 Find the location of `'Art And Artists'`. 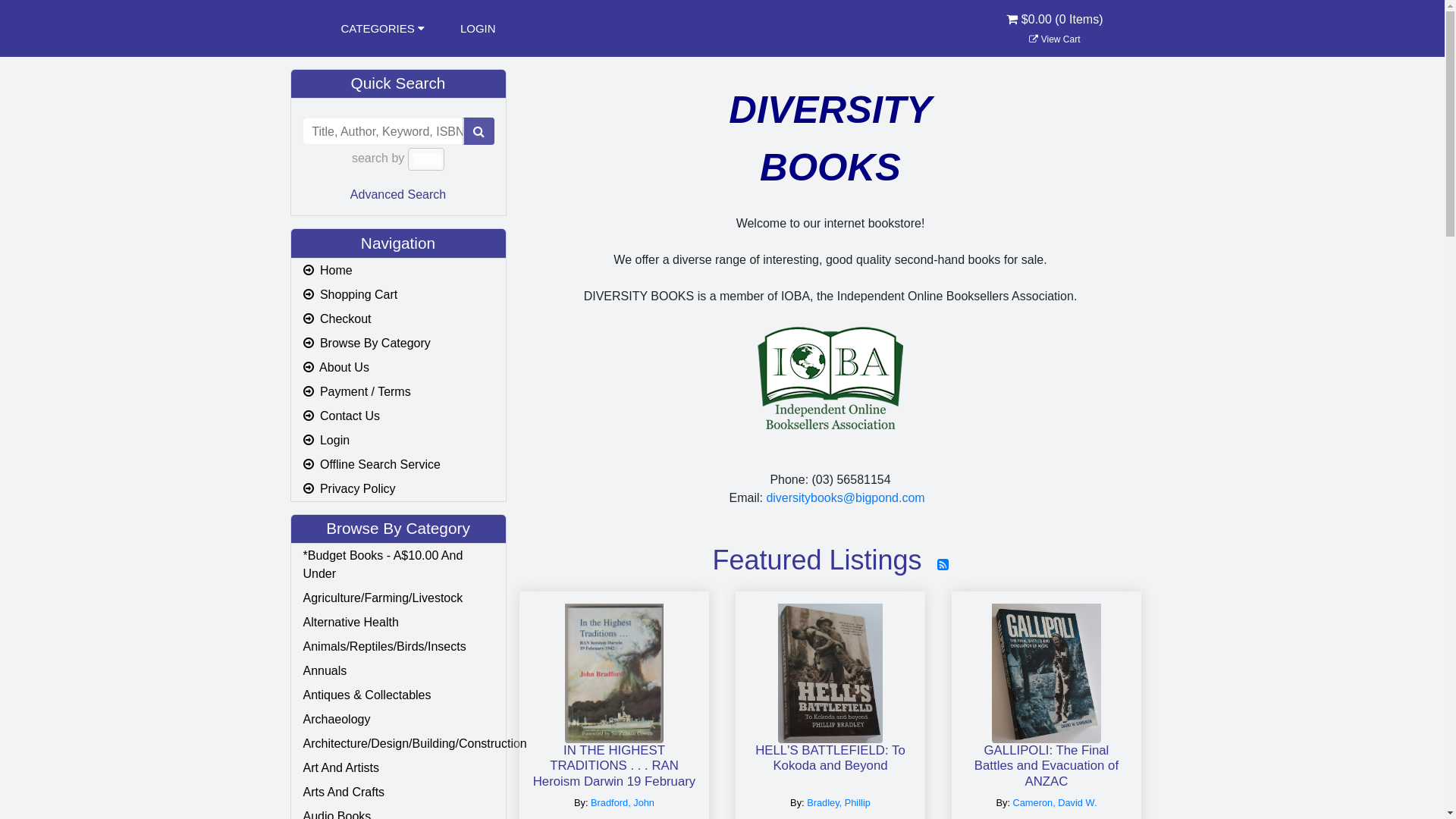

'Art And Artists' is located at coordinates (398, 768).